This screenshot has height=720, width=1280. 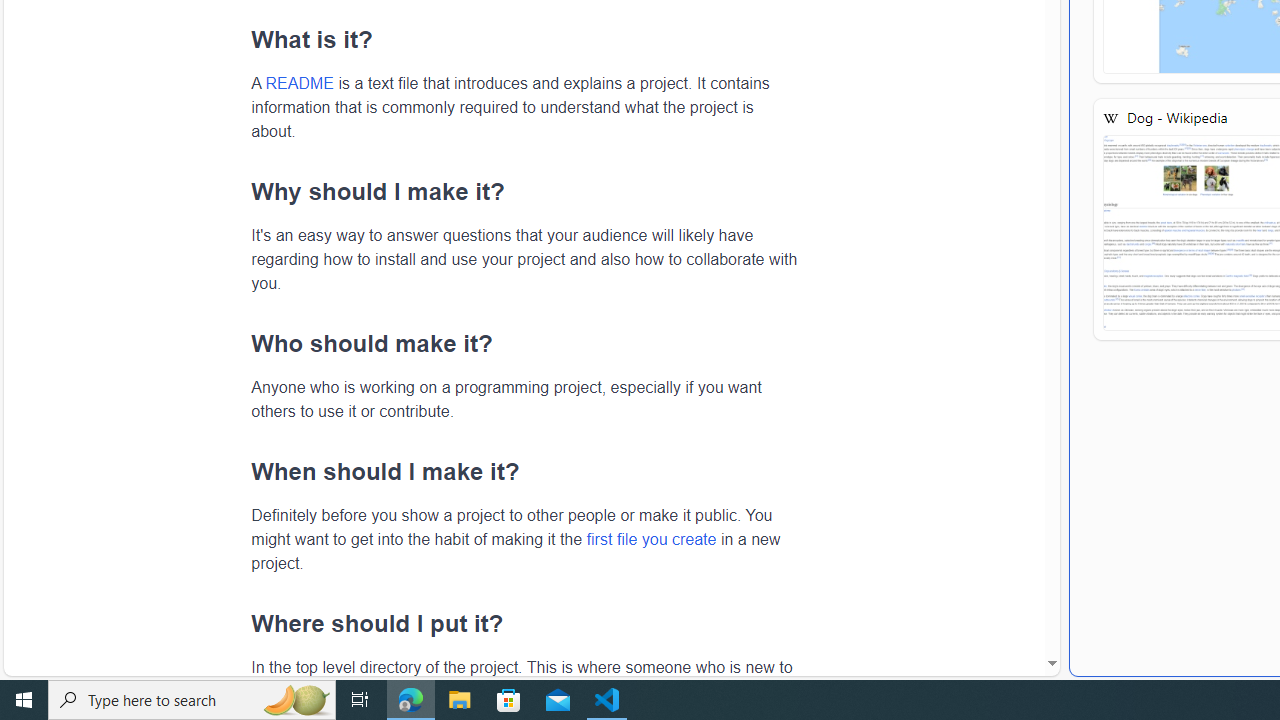 I want to click on 'first file you create', so click(x=651, y=537).